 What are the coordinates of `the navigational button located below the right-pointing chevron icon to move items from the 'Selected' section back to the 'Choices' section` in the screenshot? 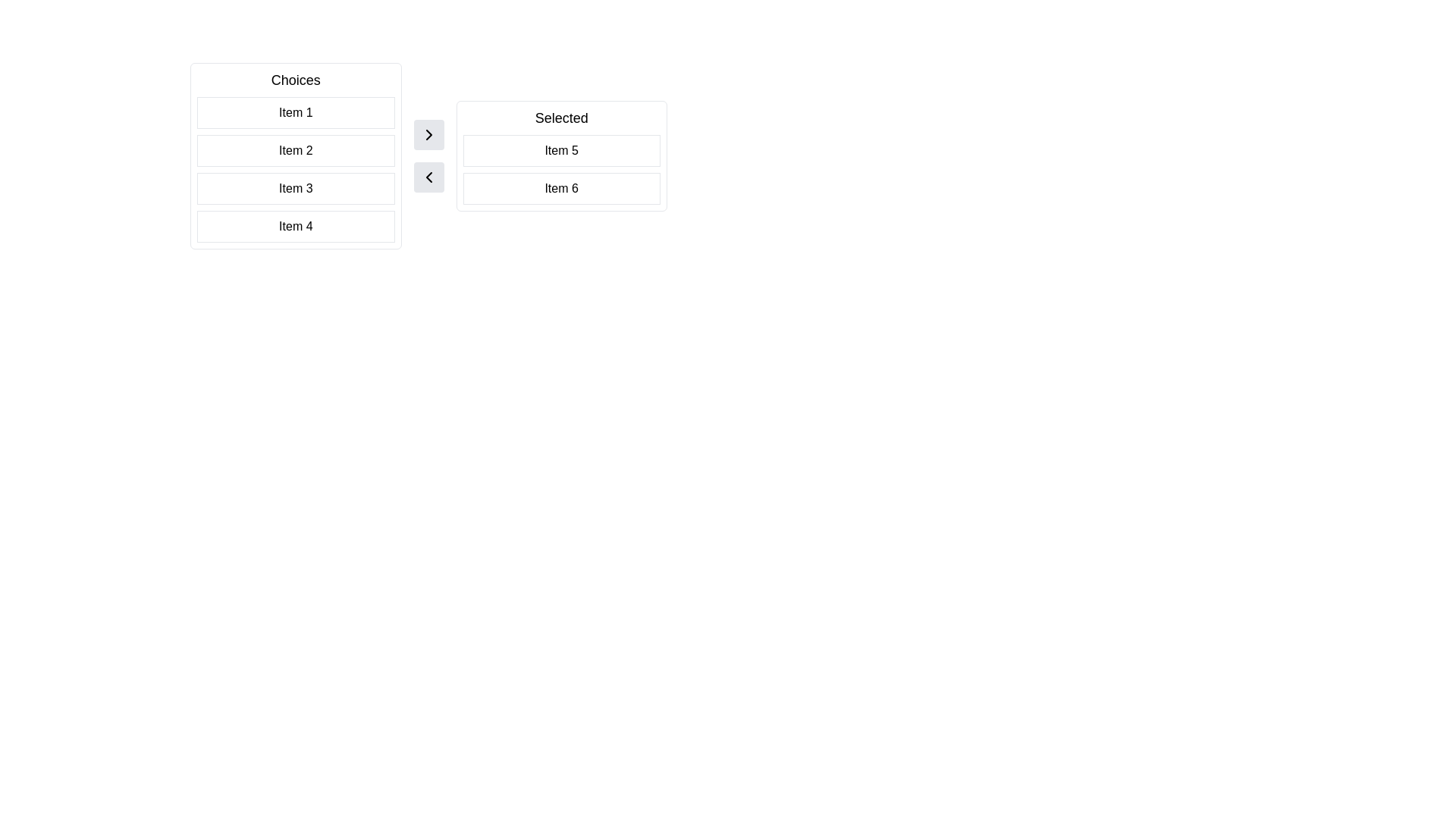 It's located at (428, 177).